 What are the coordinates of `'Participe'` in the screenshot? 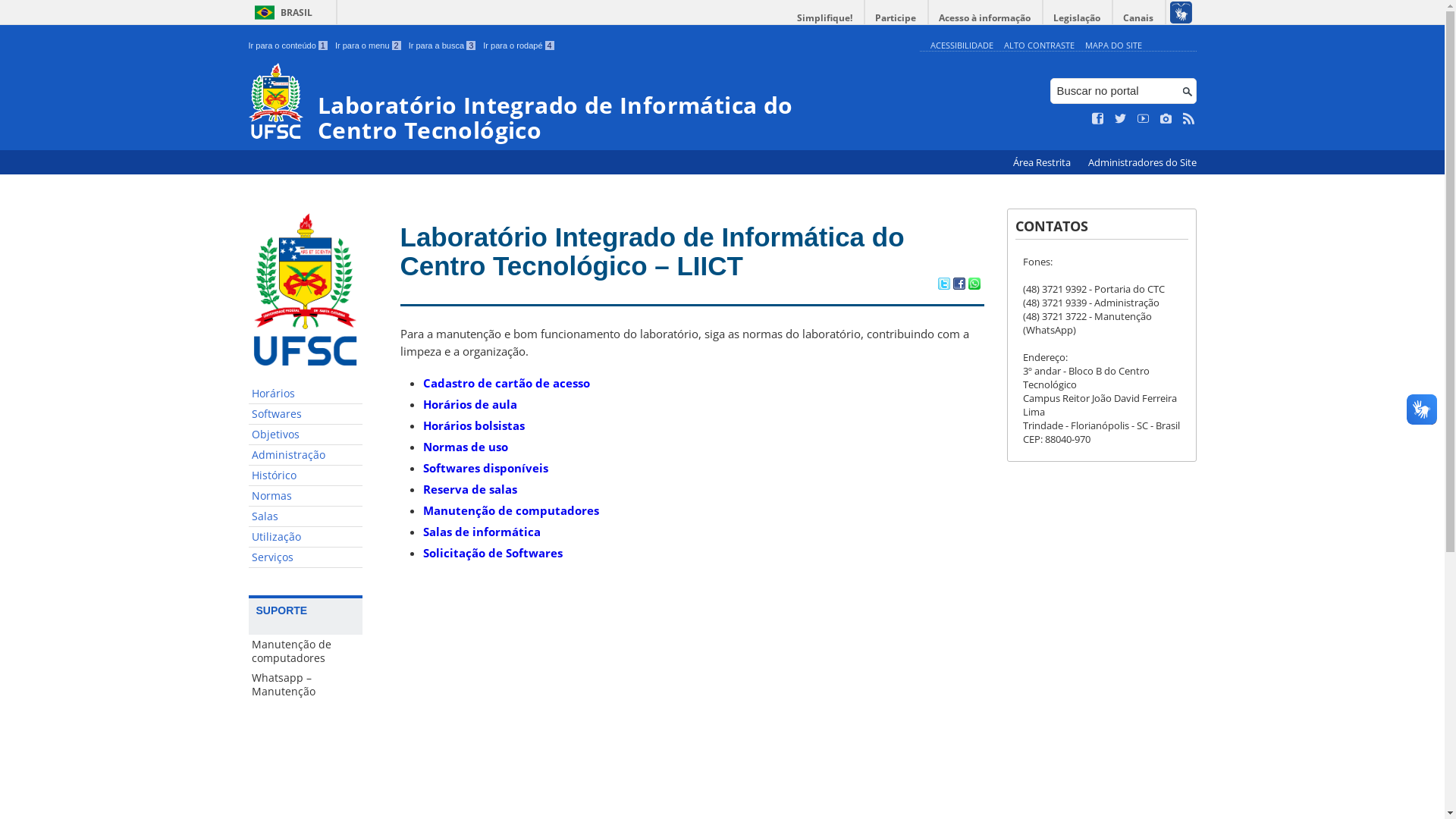 It's located at (895, 17).